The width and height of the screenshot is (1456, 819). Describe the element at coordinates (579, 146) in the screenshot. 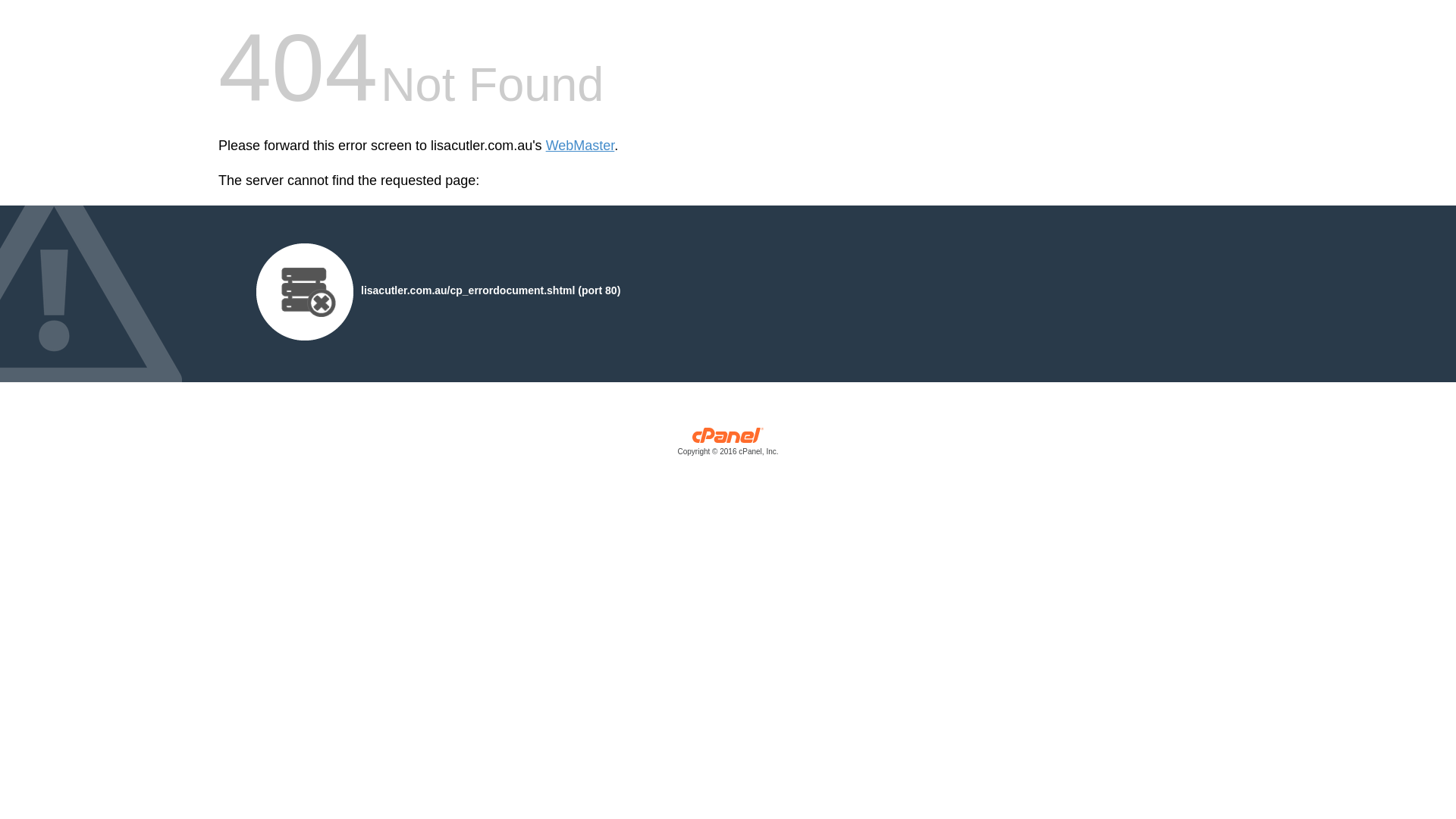

I see `'WebMaster'` at that location.